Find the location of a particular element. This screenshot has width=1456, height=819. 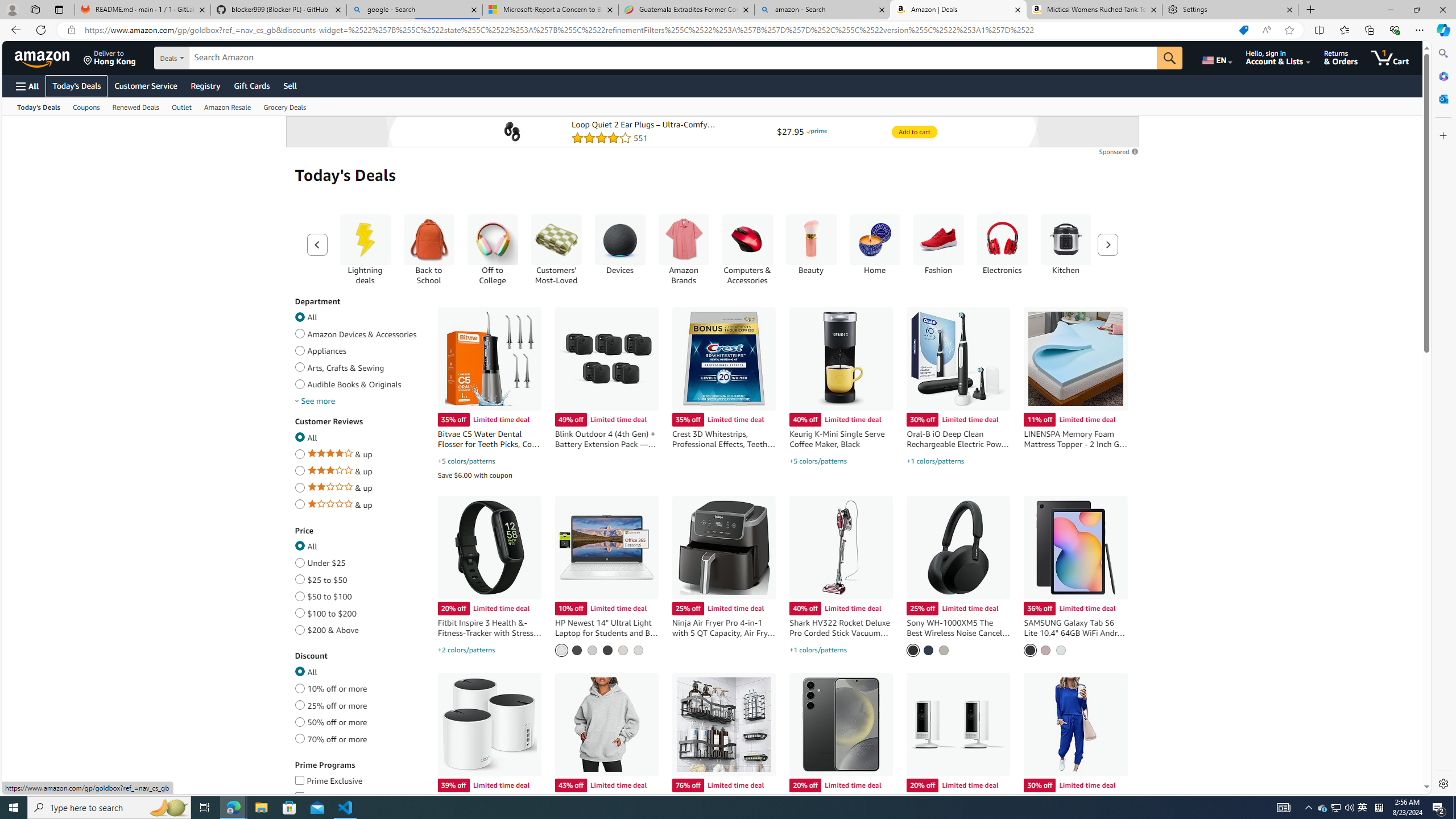

'Customers' is located at coordinates (556, 239).